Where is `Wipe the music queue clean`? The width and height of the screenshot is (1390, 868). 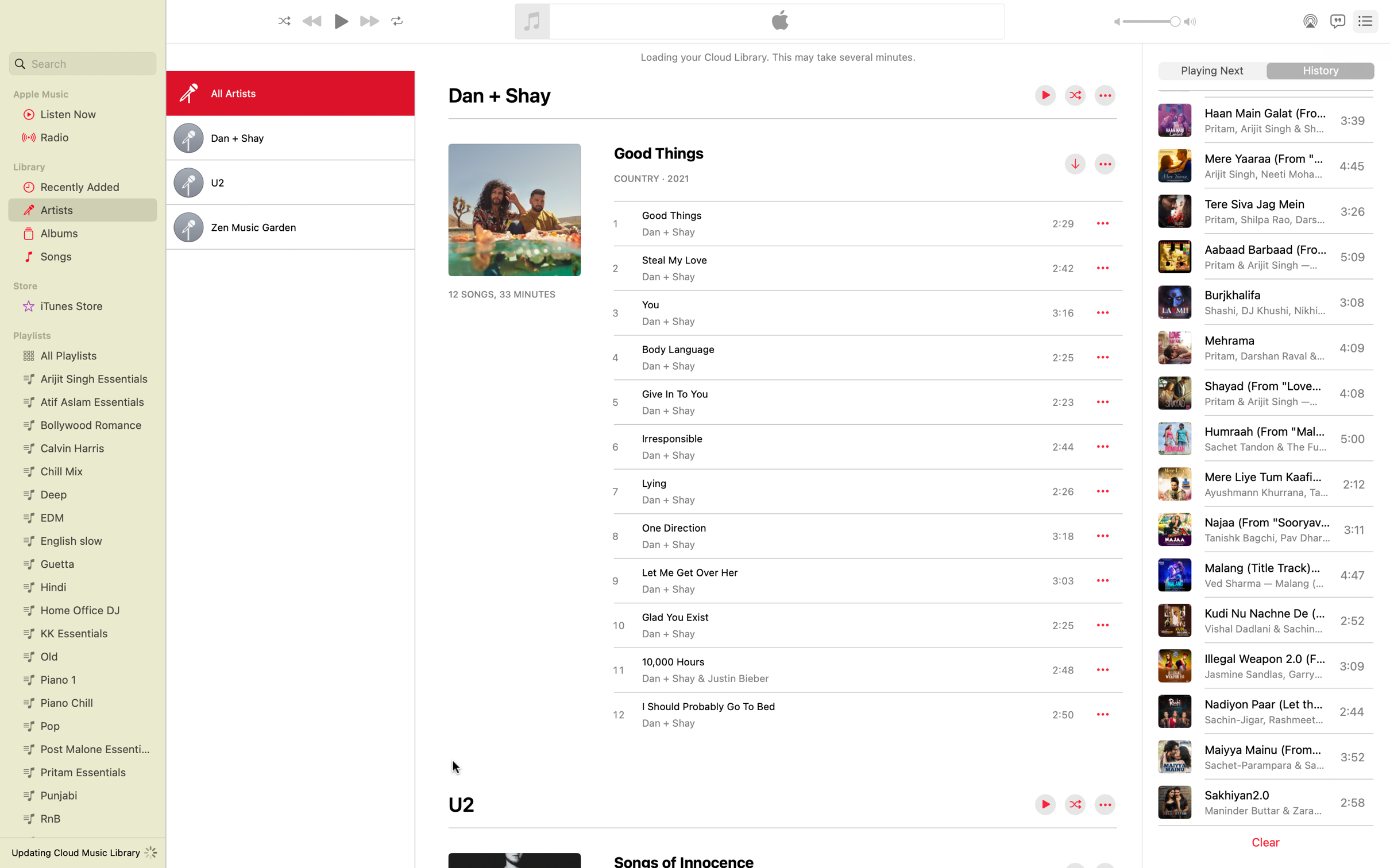
Wipe the music queue clean is located at coordinates (1268, 842).